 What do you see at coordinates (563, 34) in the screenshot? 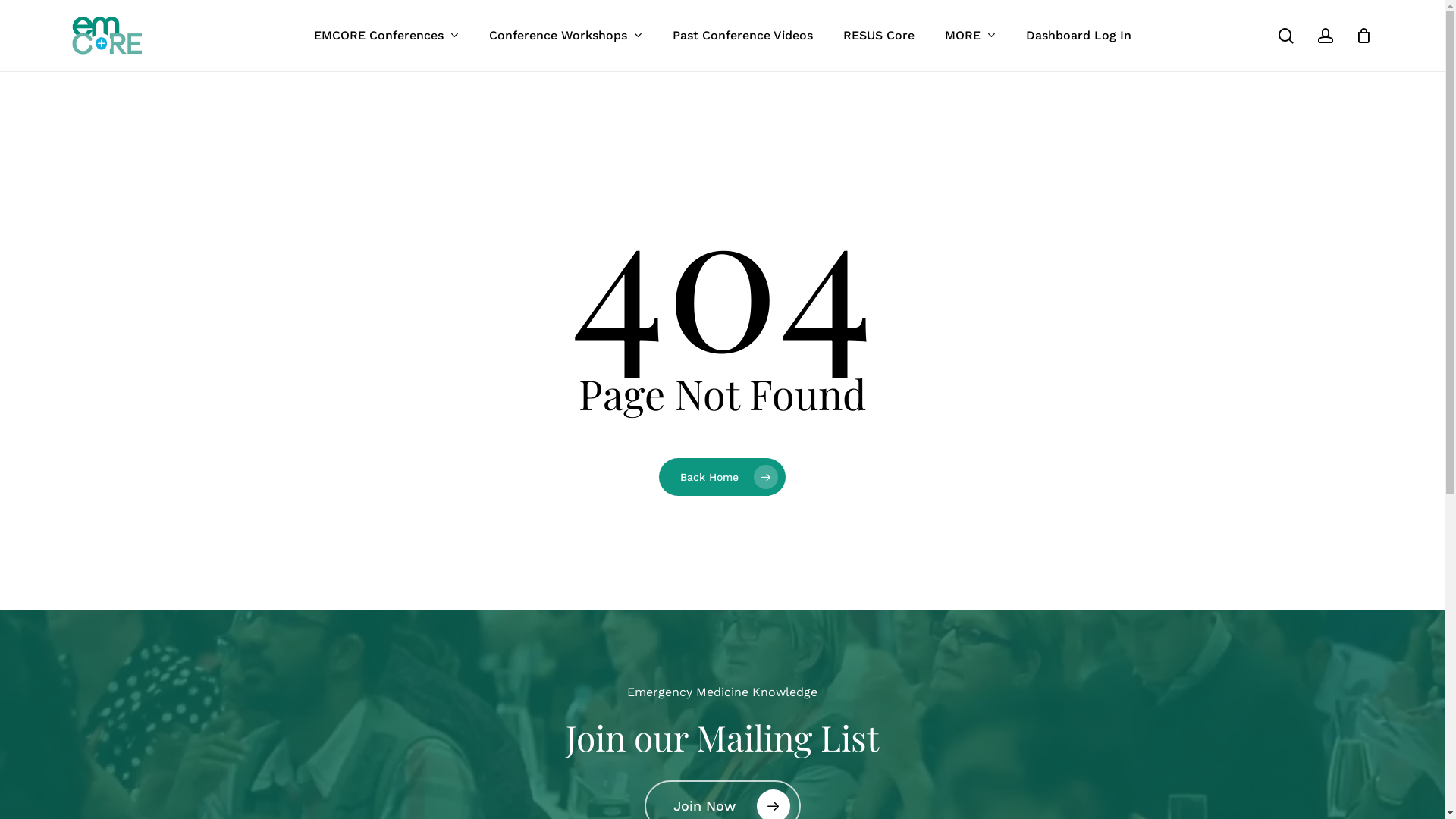
I see `'Conference Workshops'` at bounding box center [563, 34].